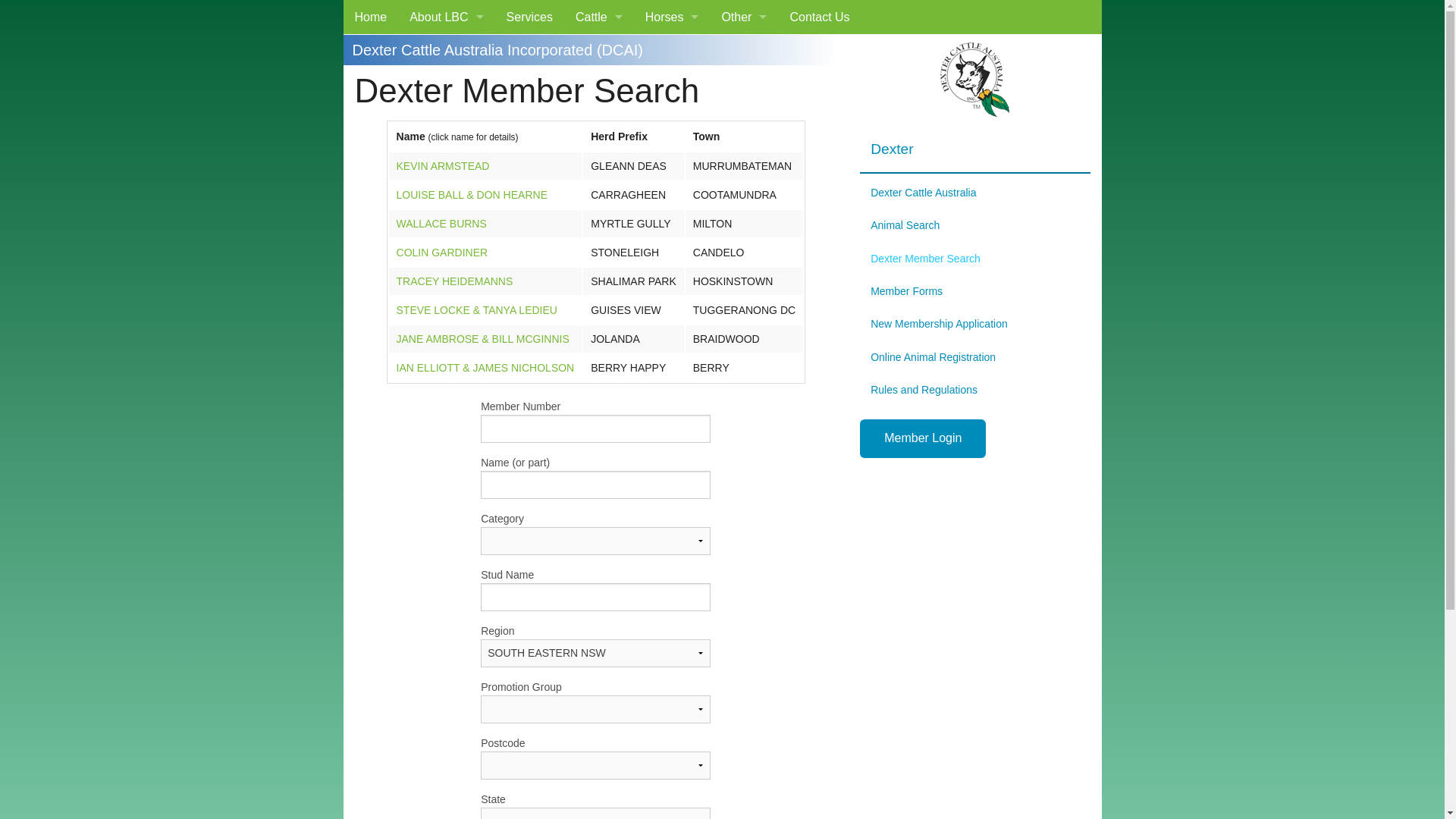 The image size is (1456, 819). I want to click on 'Other', so click(743, 17).